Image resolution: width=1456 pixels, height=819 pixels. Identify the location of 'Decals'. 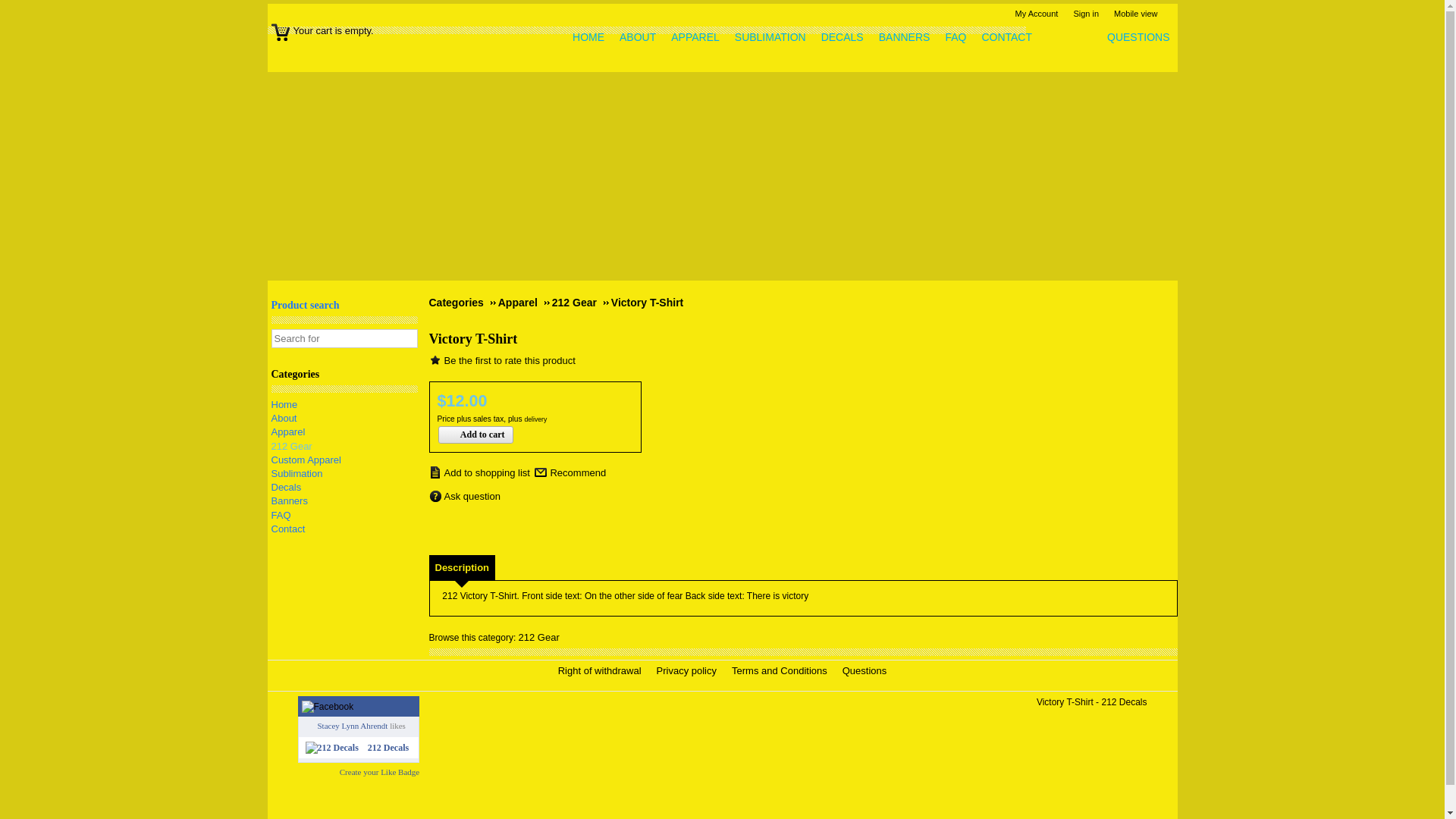
(287, 487).